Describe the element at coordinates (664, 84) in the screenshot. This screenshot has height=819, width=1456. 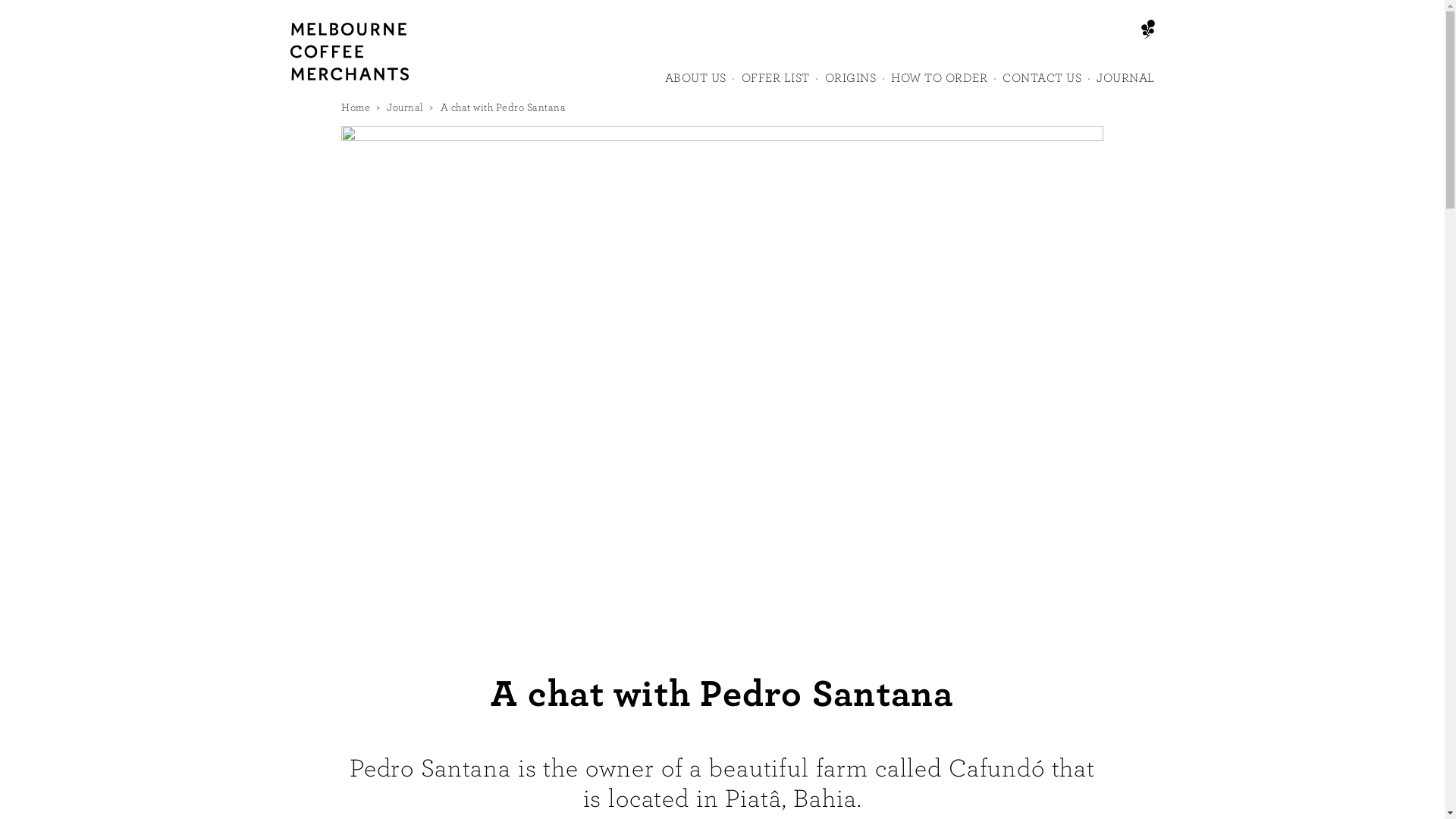
I see `'ABOUT US'` at that location.